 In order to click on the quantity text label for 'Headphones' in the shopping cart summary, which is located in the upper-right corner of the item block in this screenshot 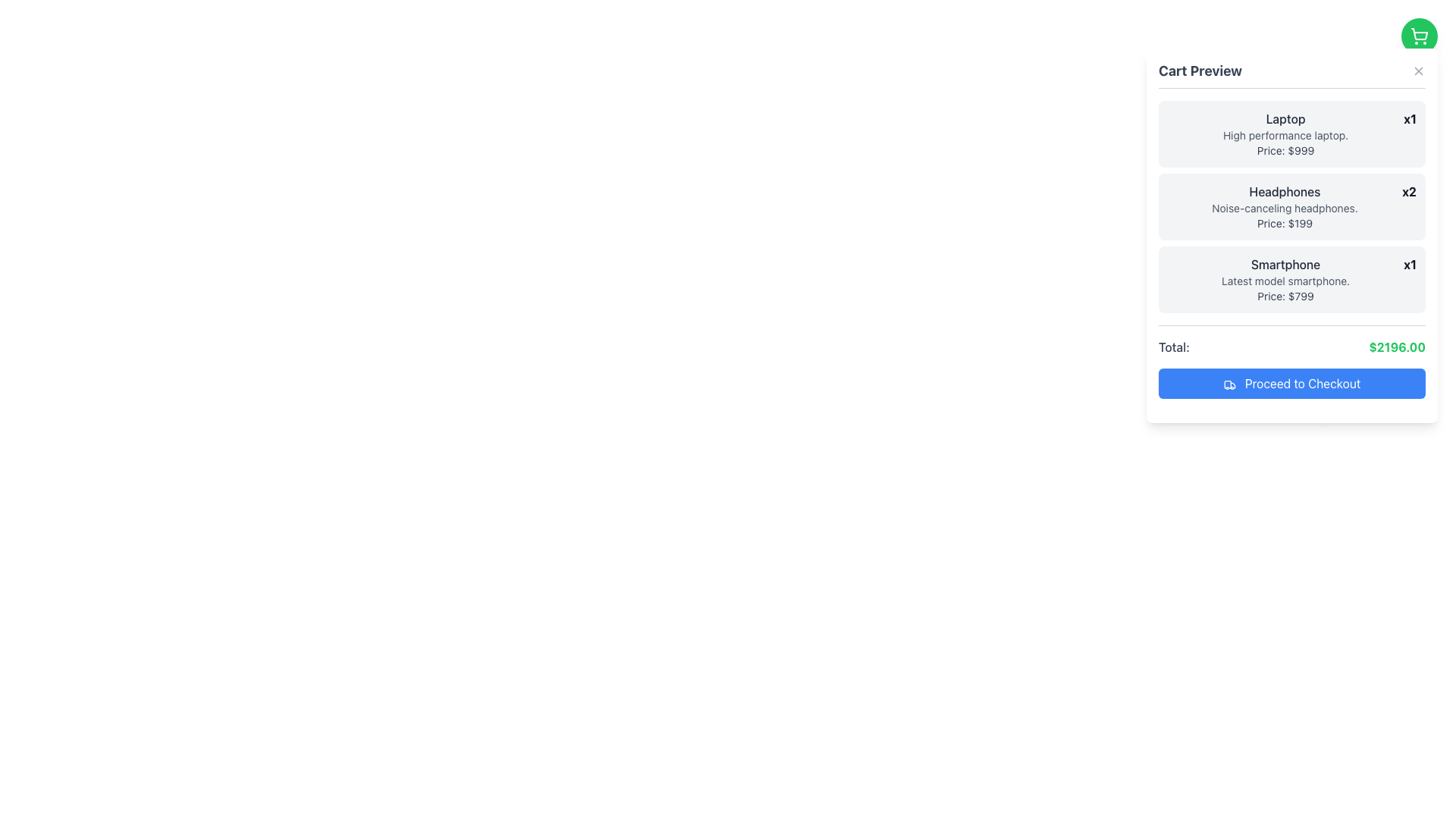, I will do `click(1408, 191)`.